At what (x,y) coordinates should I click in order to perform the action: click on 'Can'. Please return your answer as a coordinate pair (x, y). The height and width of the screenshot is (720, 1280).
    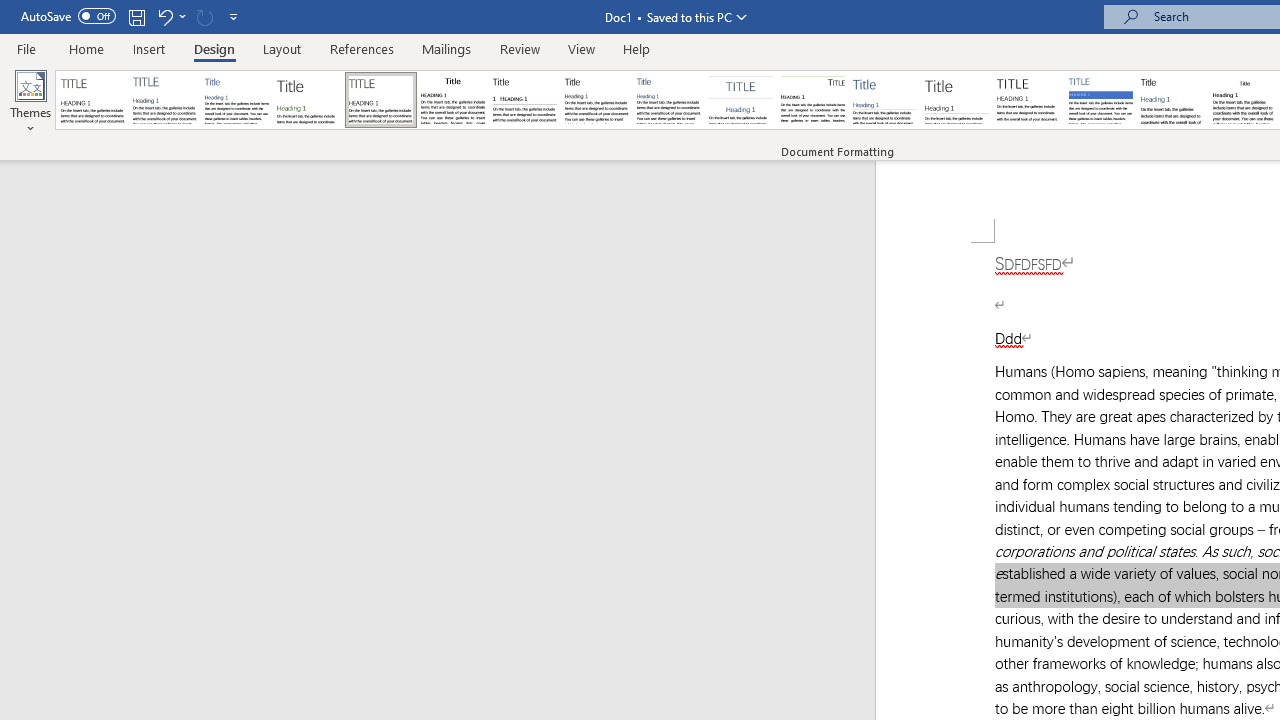
    Looking at the image, I should click on (204, 16).